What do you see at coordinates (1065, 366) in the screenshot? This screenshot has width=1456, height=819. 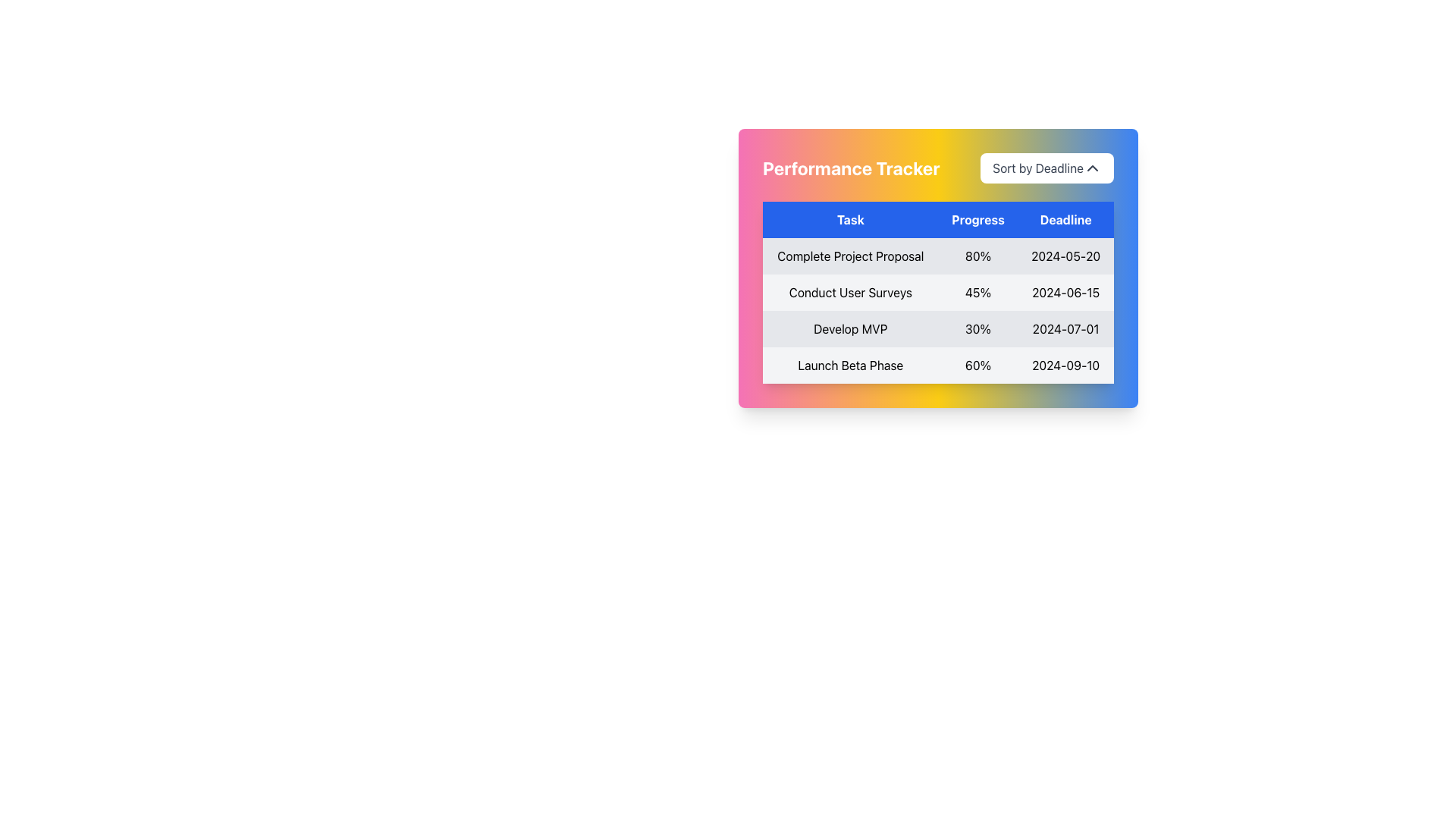 I see `the text label displaying the date '2024-09-10' in the 'Deadline' column of the last row of the 'Performance Tracker' table, which is associated with the task 'Launch Beta Phase'` at bounding box center [1065, 366].